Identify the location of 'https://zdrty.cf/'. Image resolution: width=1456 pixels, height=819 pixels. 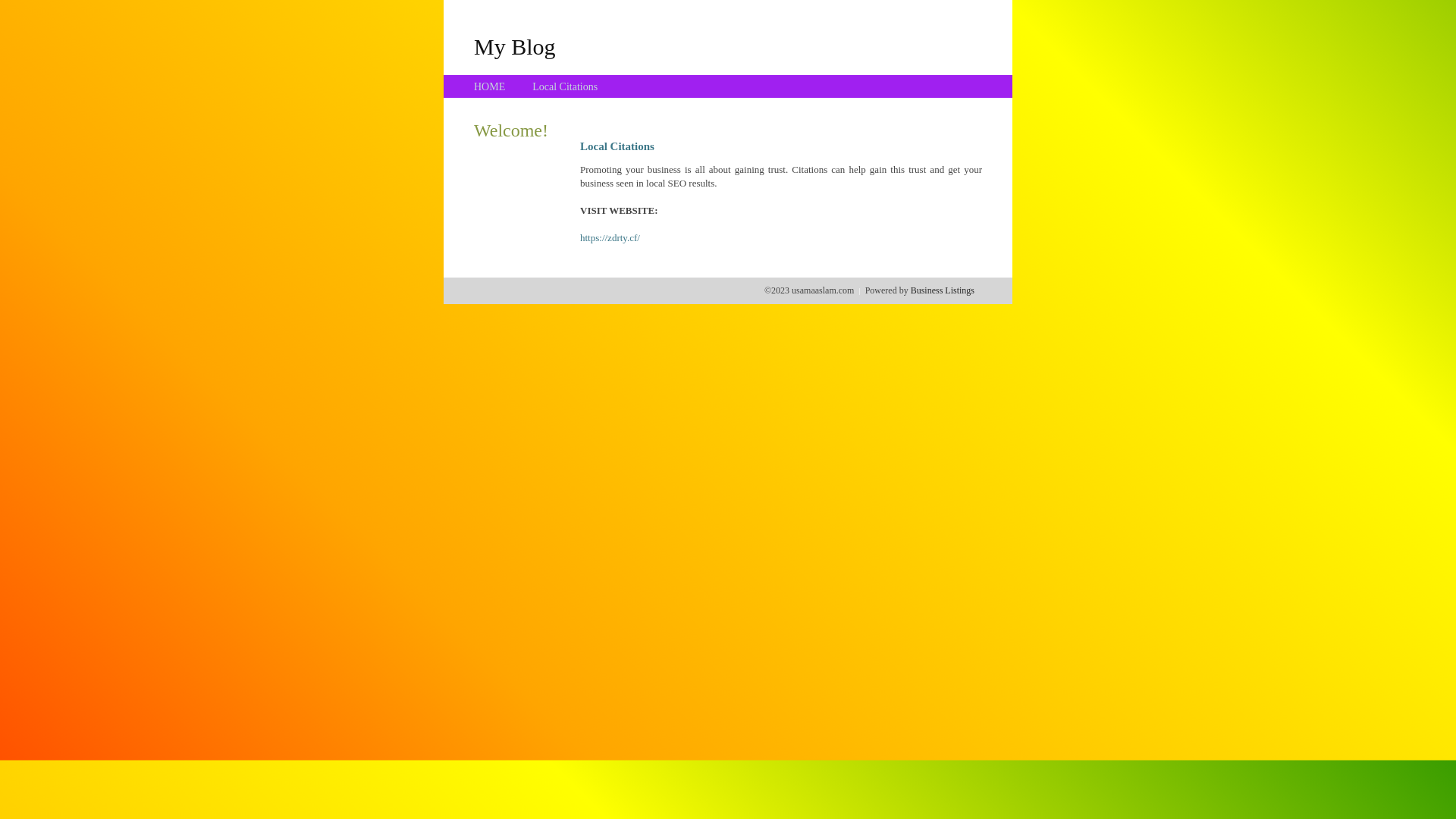
(610, 237).